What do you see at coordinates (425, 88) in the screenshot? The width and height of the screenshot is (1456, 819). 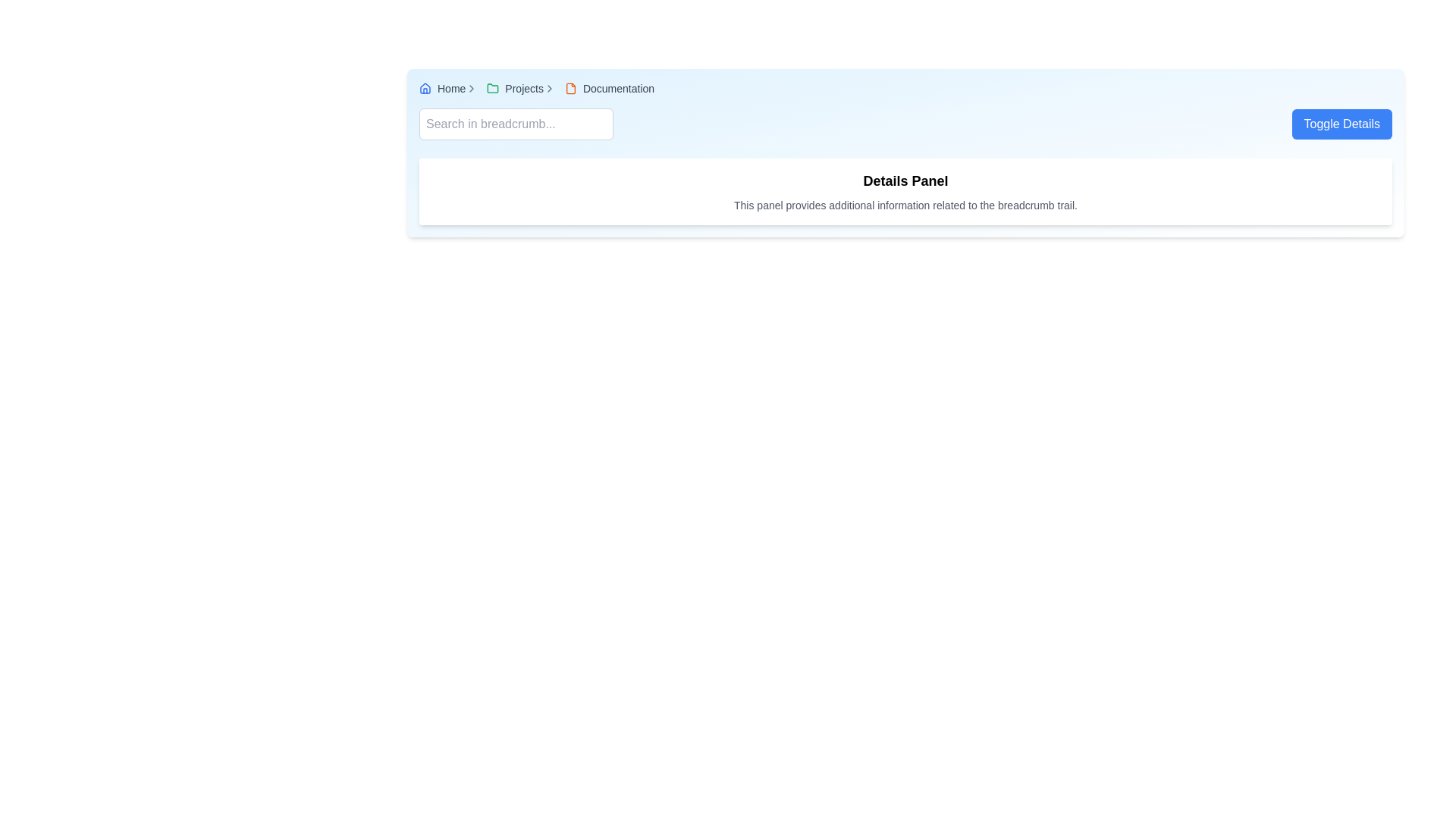 I see `the house icon in the navigation bar` at bounding box center [425, 88].